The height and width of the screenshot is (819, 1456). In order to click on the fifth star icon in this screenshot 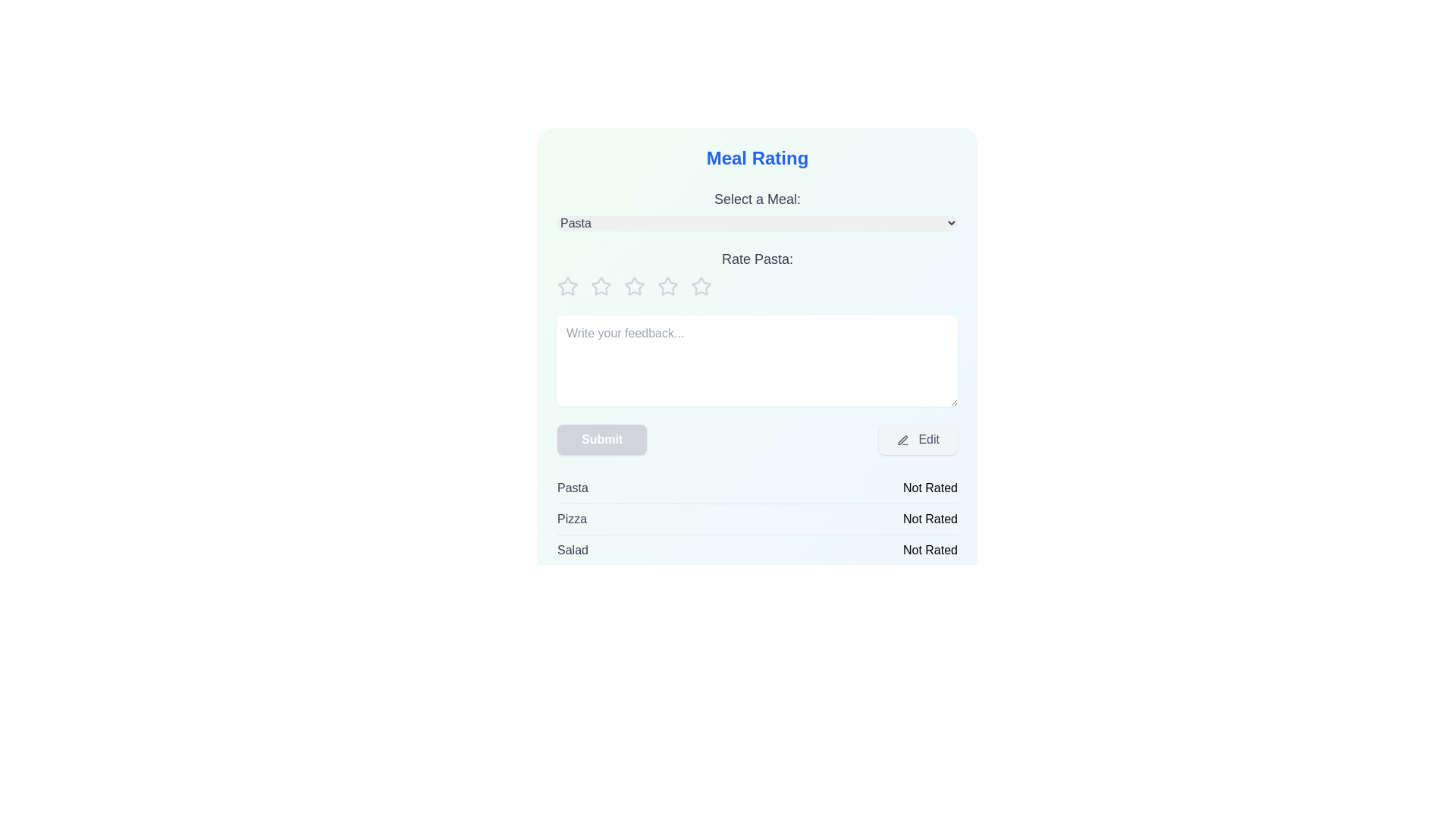, I will do `click(700, 286)`.